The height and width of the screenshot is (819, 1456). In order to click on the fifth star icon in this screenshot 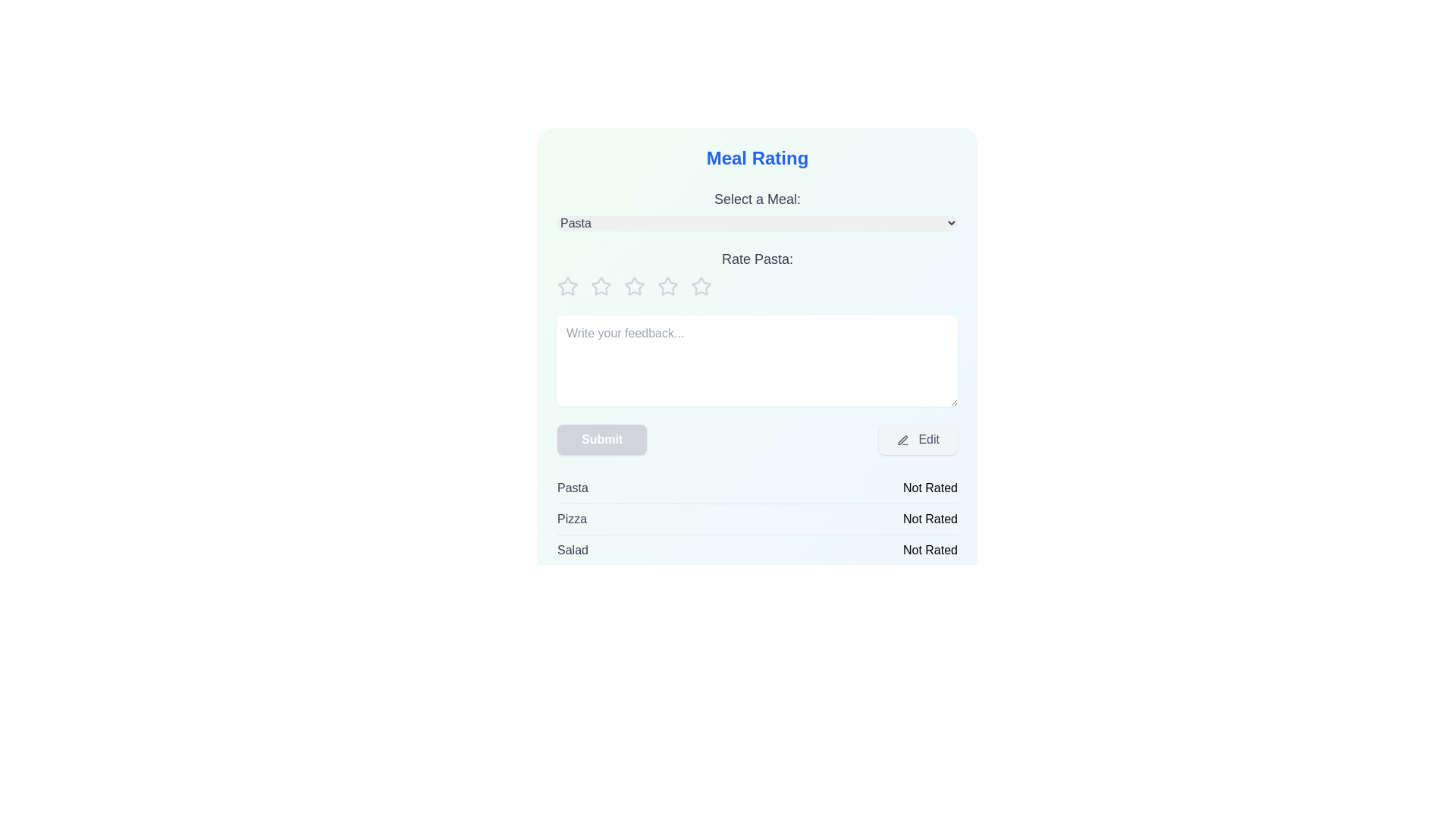, I will do `click(700, 286)`.